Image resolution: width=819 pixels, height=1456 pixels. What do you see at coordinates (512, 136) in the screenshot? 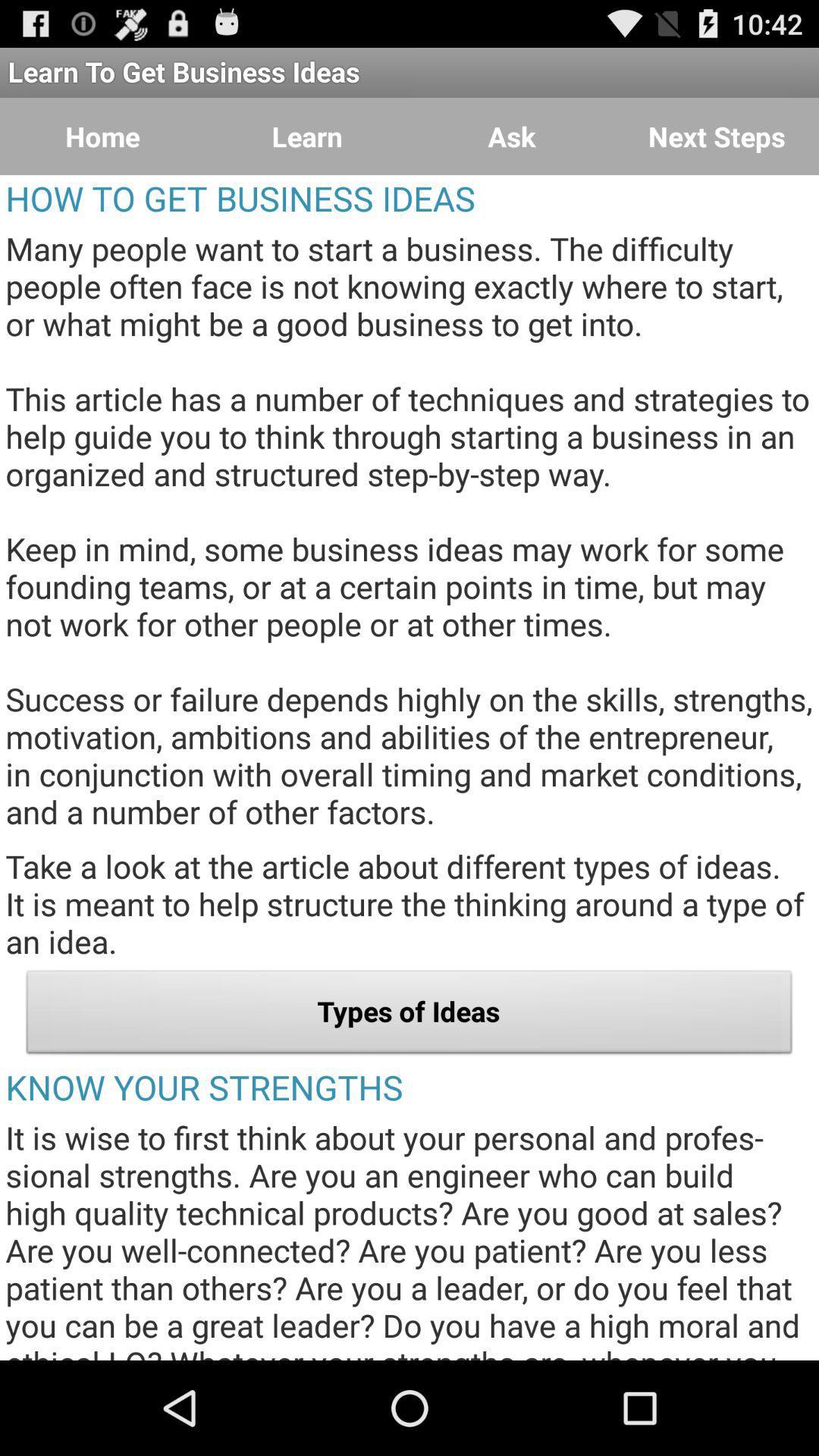
I see `the icon to the left of next steps icon` at bounding box center [512, 136].